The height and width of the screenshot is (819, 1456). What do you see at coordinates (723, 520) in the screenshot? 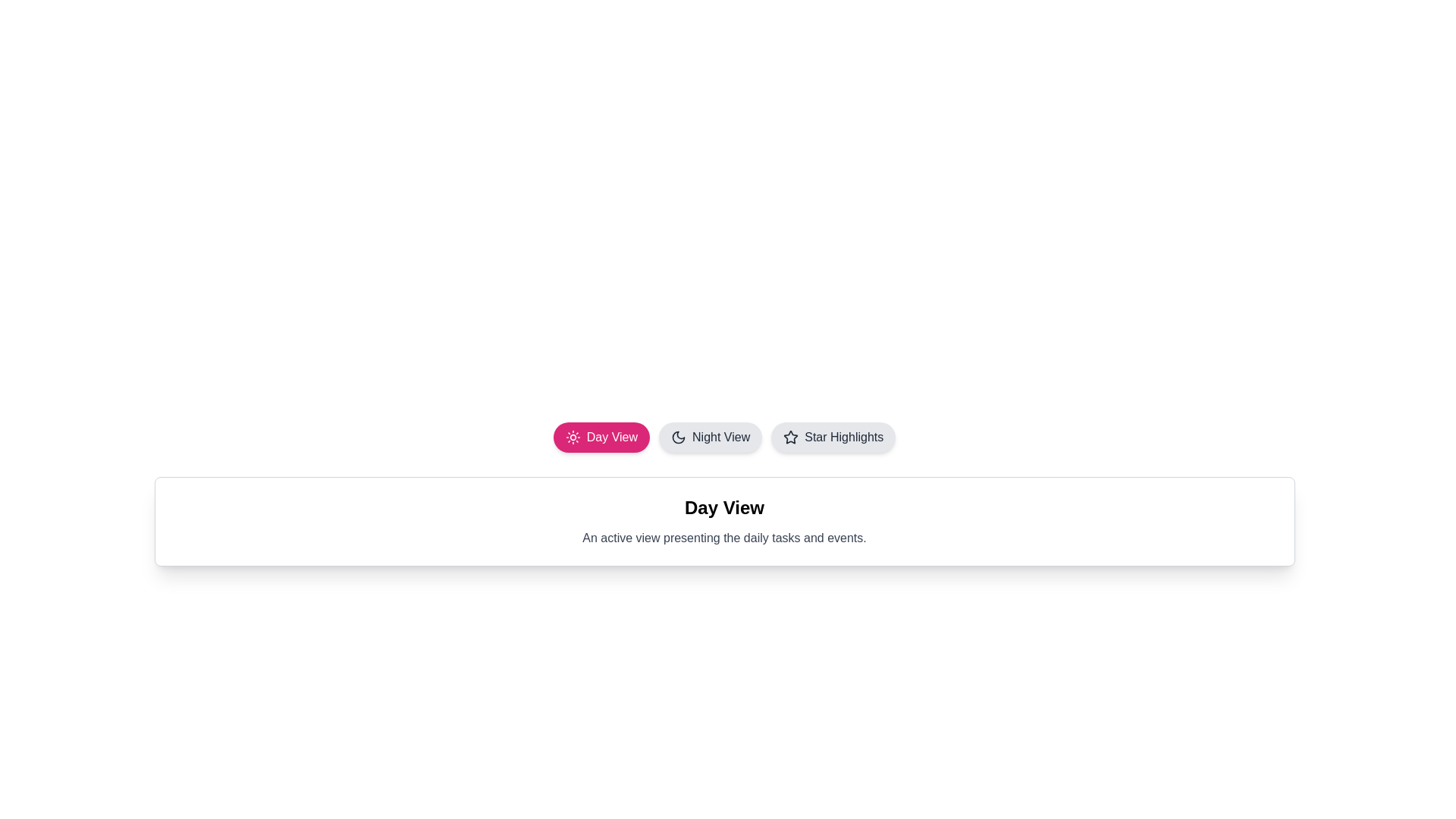
I see `the content text to select it` at bounding box center [723, 520].